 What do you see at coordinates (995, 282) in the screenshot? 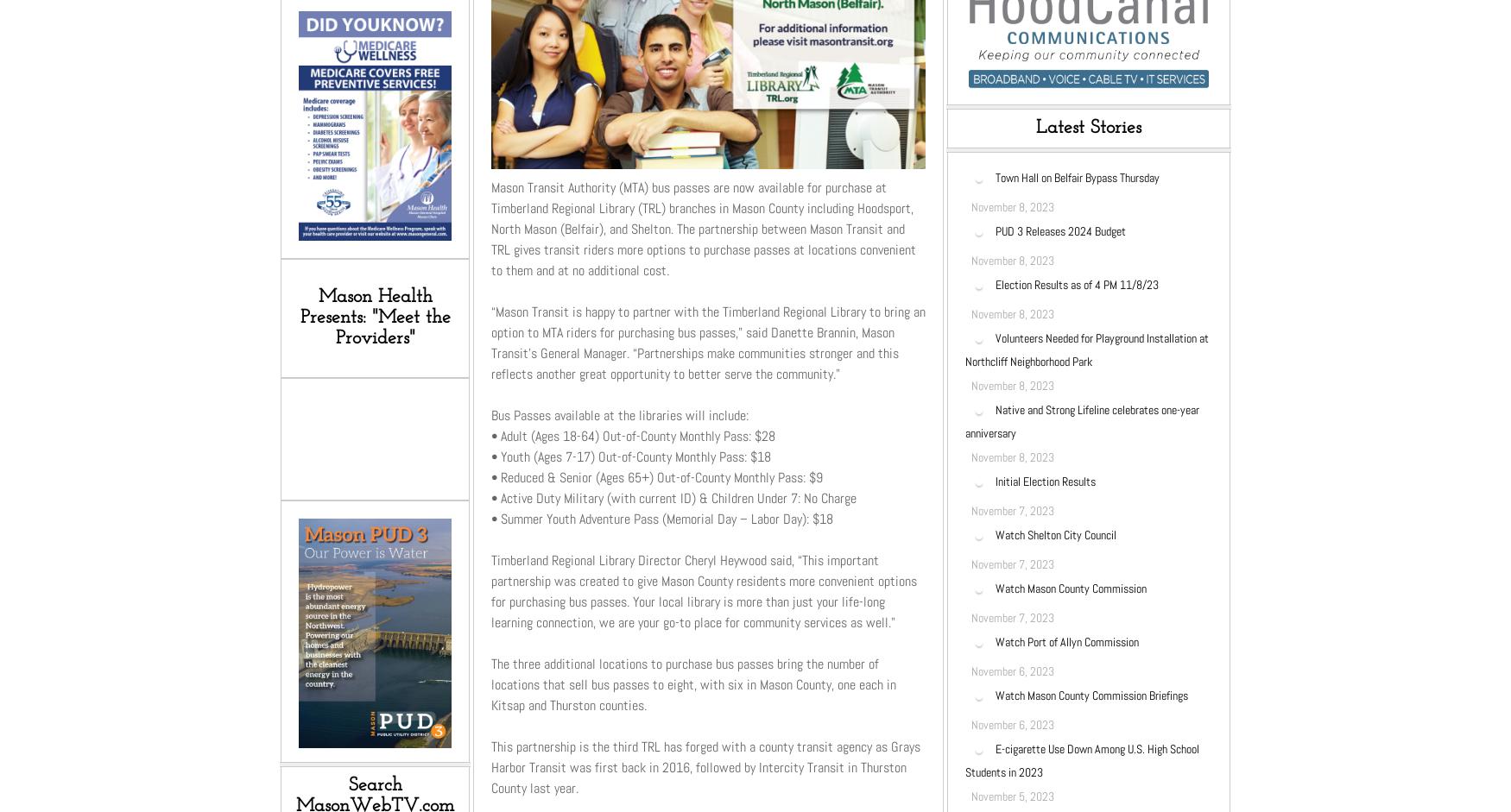
I see `'Election Results as of 4 PM 11/8/23'` at bounding box center [995, 282].